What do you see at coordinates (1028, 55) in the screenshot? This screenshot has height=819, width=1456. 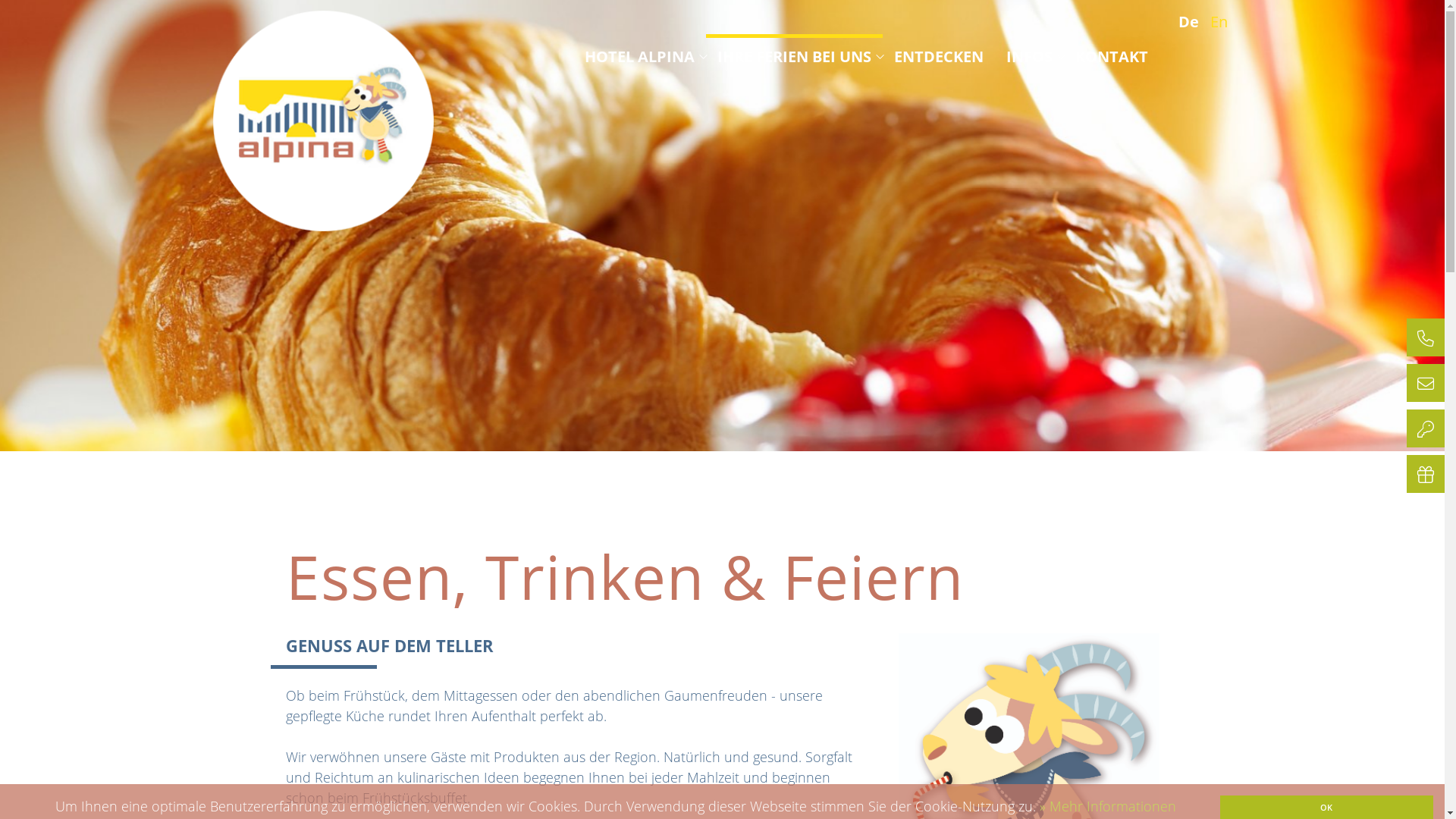 I see `'INFOS'` at bounding box center [1028, 55].